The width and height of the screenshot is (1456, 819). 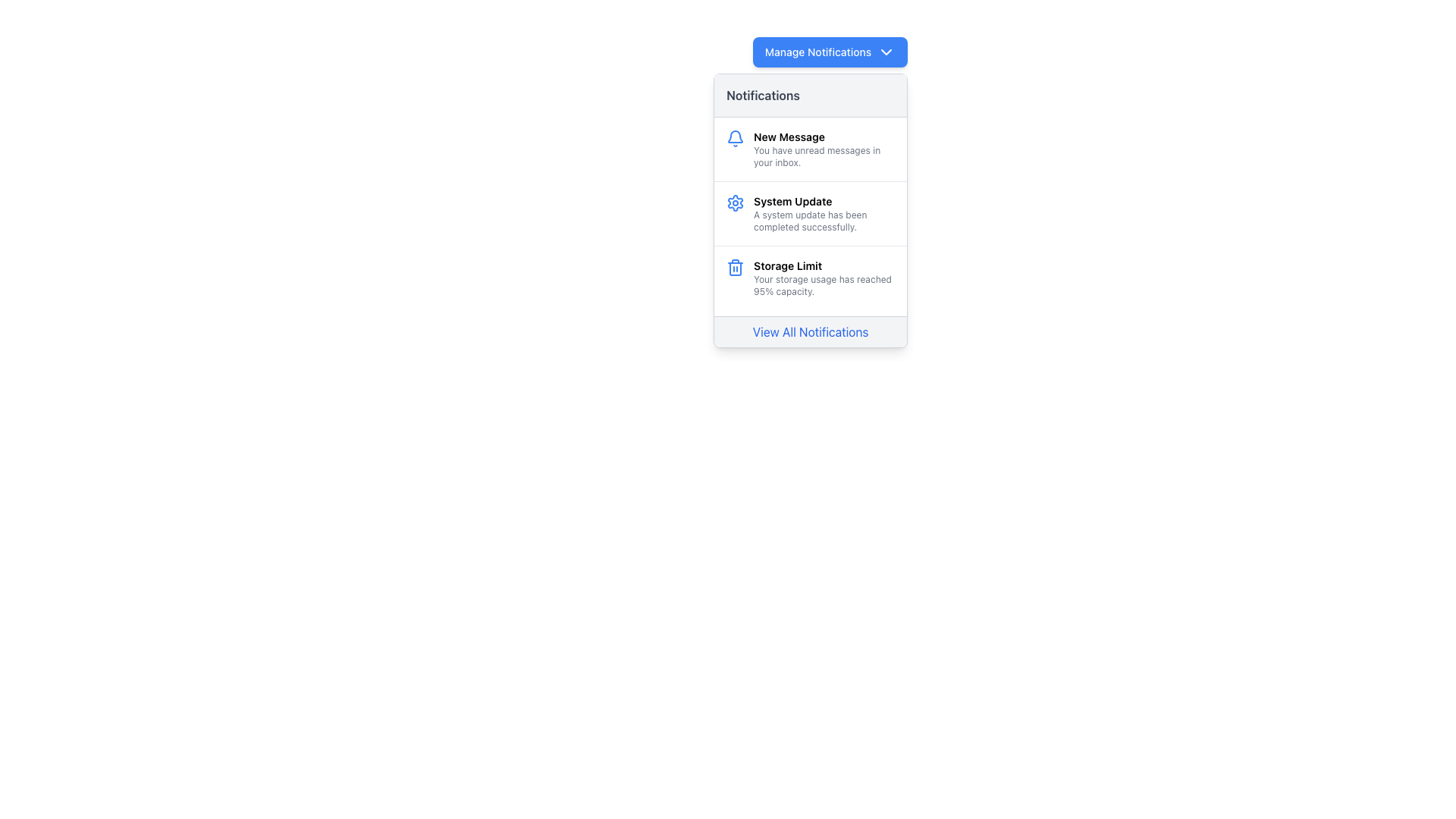 I want to click on the first notification entry that informs the user about unread messages in their inbox, located below the 'Notifications' heading, so click(x=810, y=149).